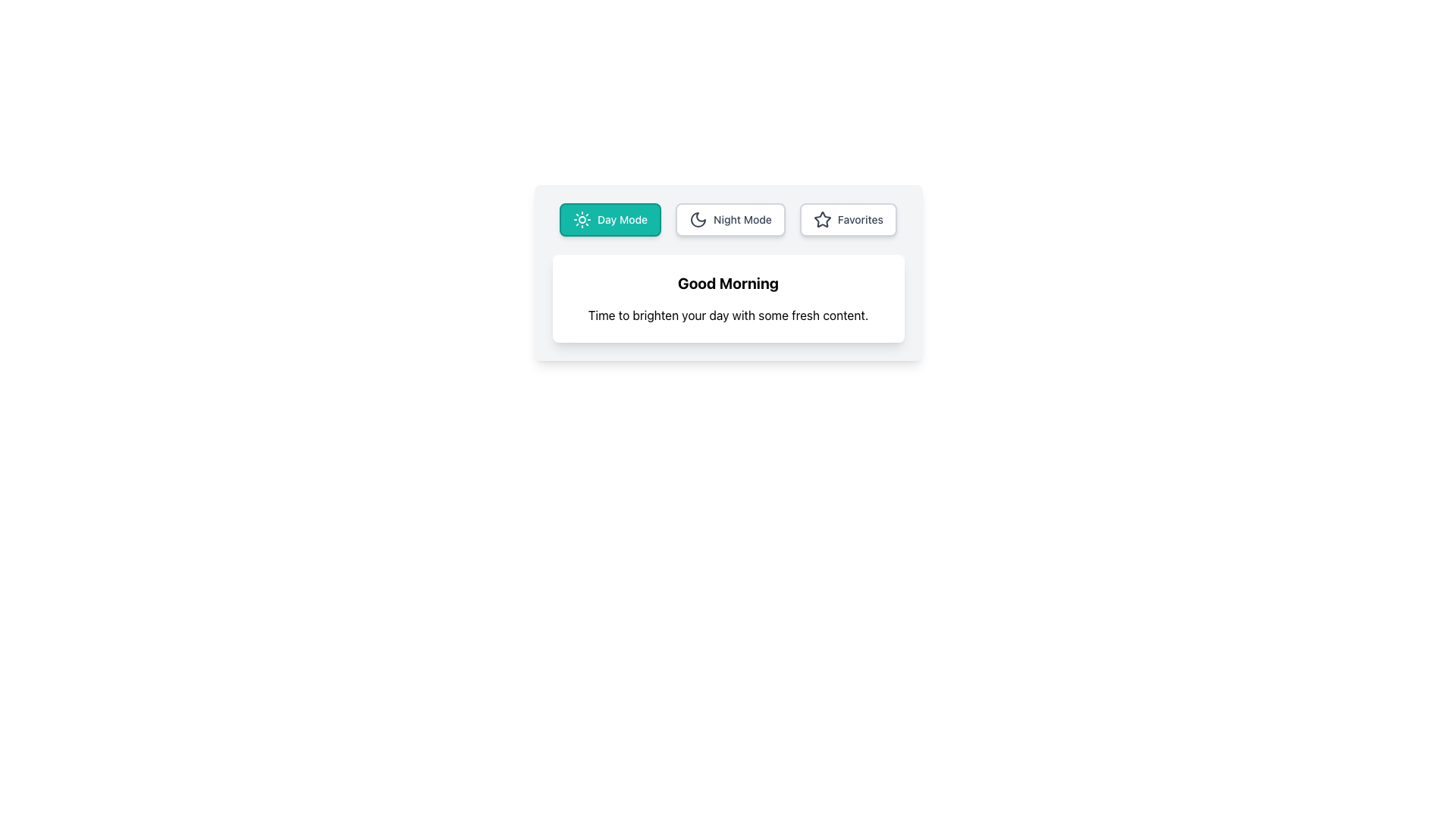 The image size is (1456, 819). I want to click on the 'Favorites' button, which is the rightmost button among three, styled with a white background and gray text, so click(847, 219).